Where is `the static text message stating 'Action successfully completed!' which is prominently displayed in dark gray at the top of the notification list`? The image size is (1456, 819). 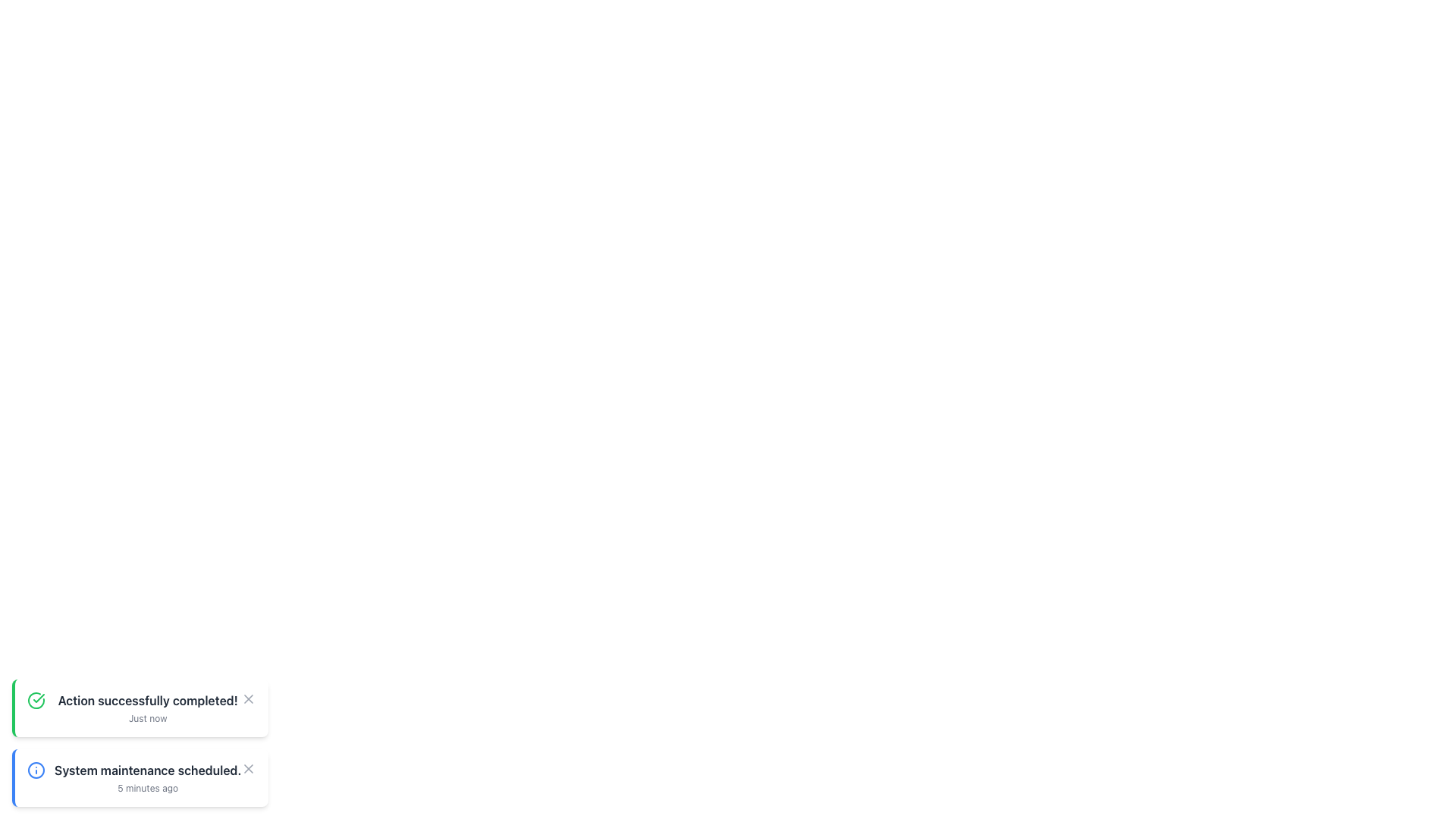
the static text message stating 'Action successfully completed!' which is prominently displayed in dark gray at the top of the notification list is located at coordinates (148, 701).